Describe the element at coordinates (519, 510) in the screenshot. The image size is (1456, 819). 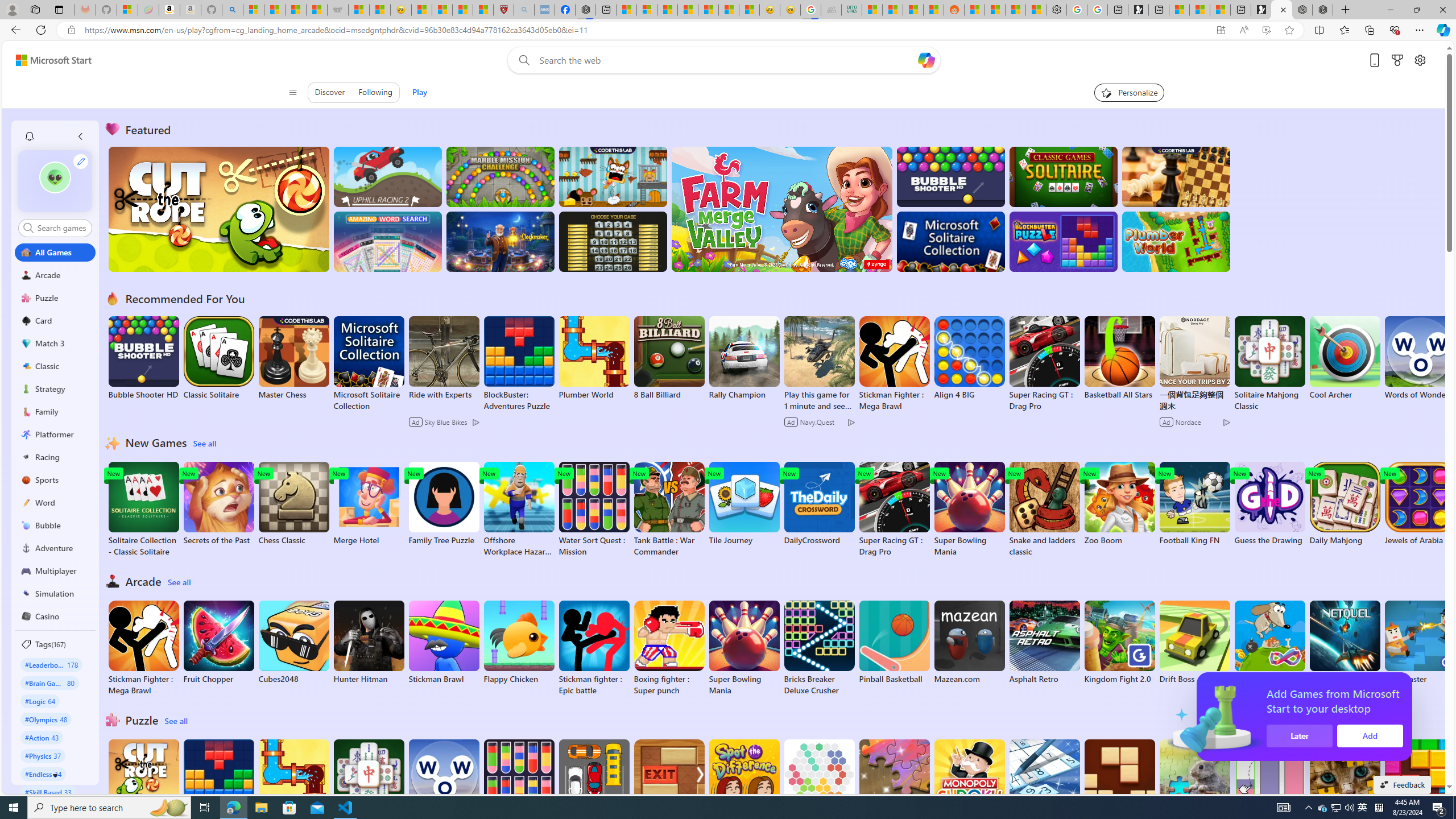
I see `'Offshore Workplace Hazard Game'` at that location.